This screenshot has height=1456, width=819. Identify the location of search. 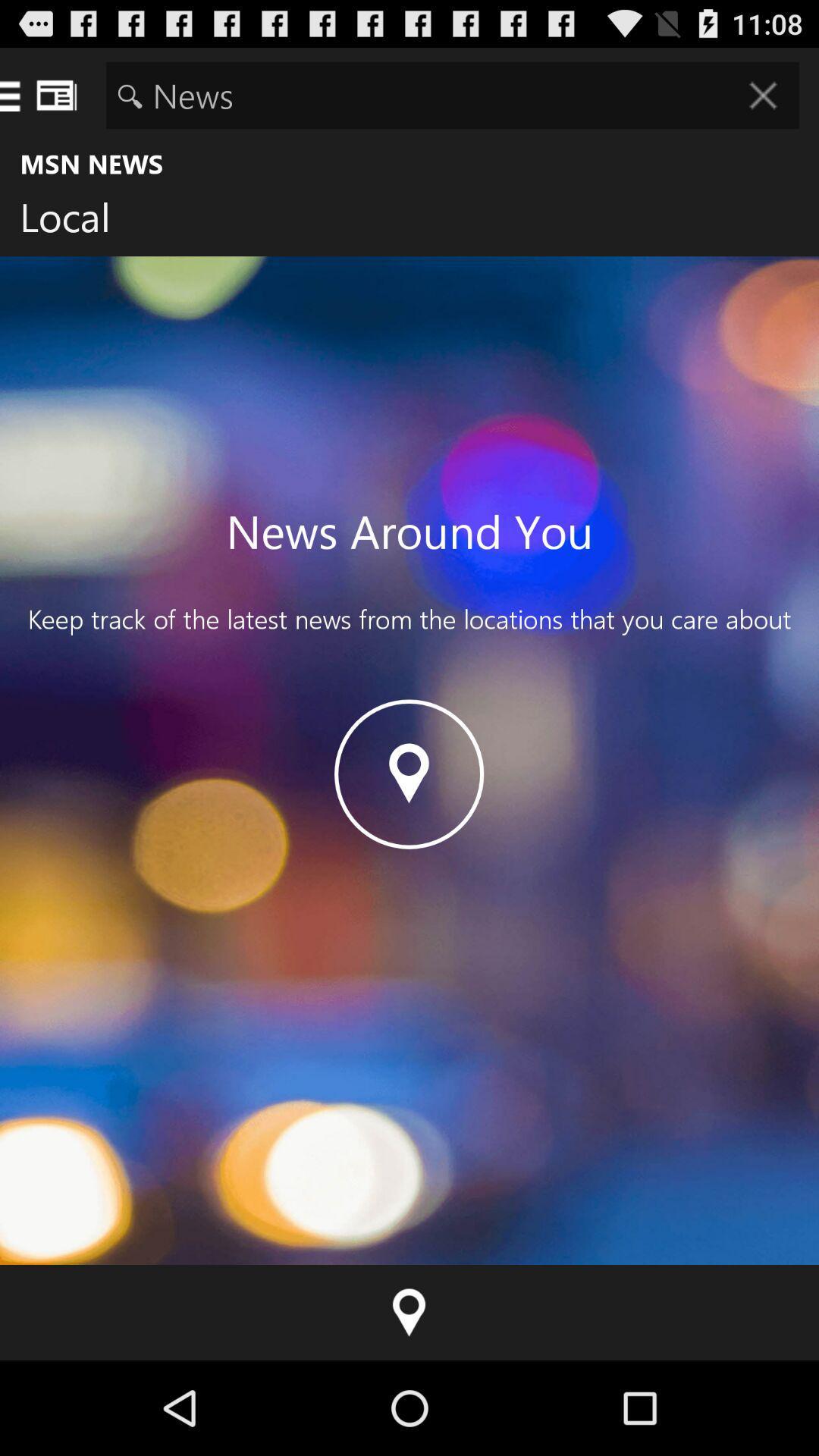
(452, 94).